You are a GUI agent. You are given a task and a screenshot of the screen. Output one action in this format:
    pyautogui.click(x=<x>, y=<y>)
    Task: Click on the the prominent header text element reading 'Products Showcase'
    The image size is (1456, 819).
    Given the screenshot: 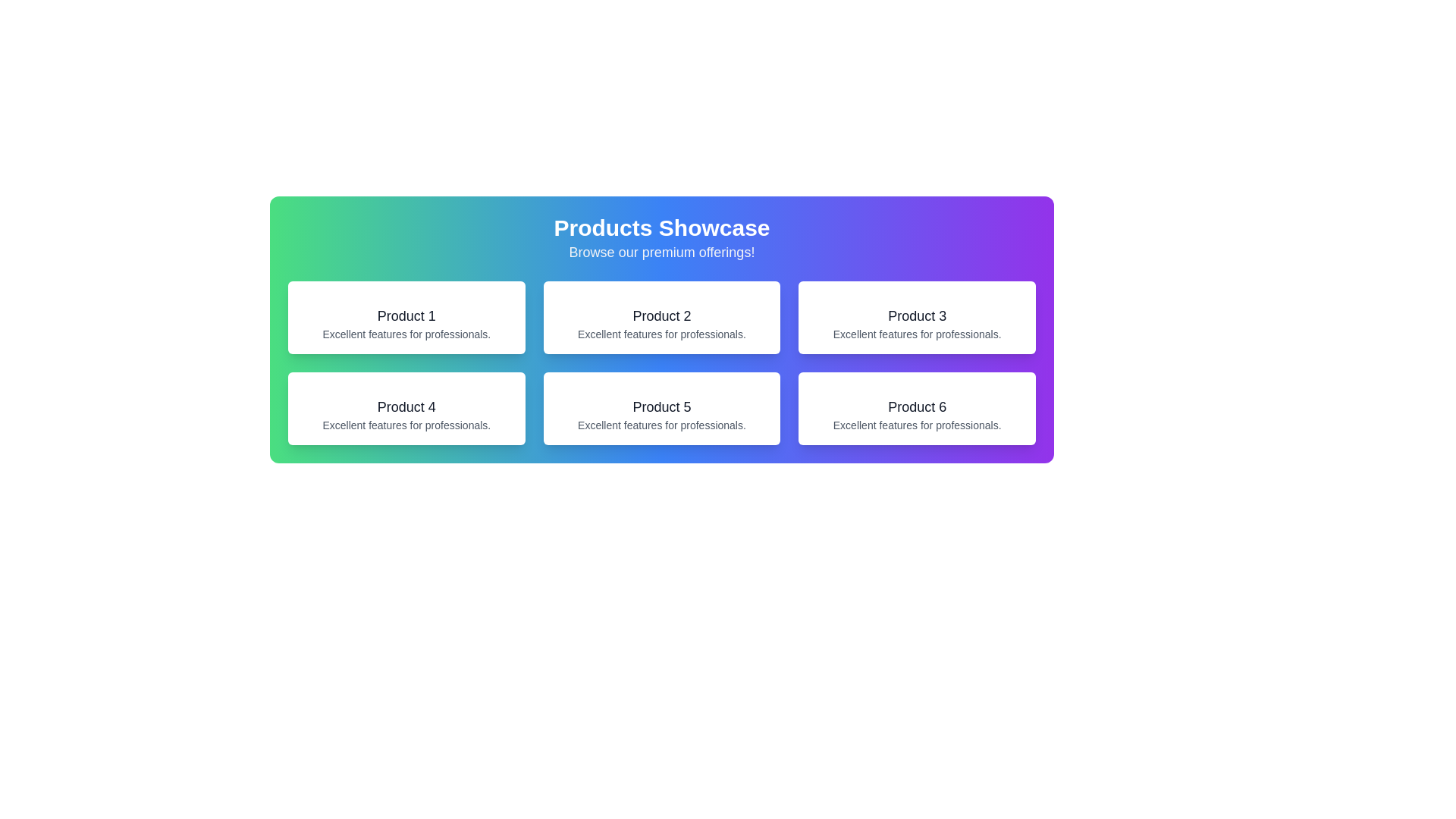 What is the action you would take?
    pyautogui.click(x=662, y=227)
    